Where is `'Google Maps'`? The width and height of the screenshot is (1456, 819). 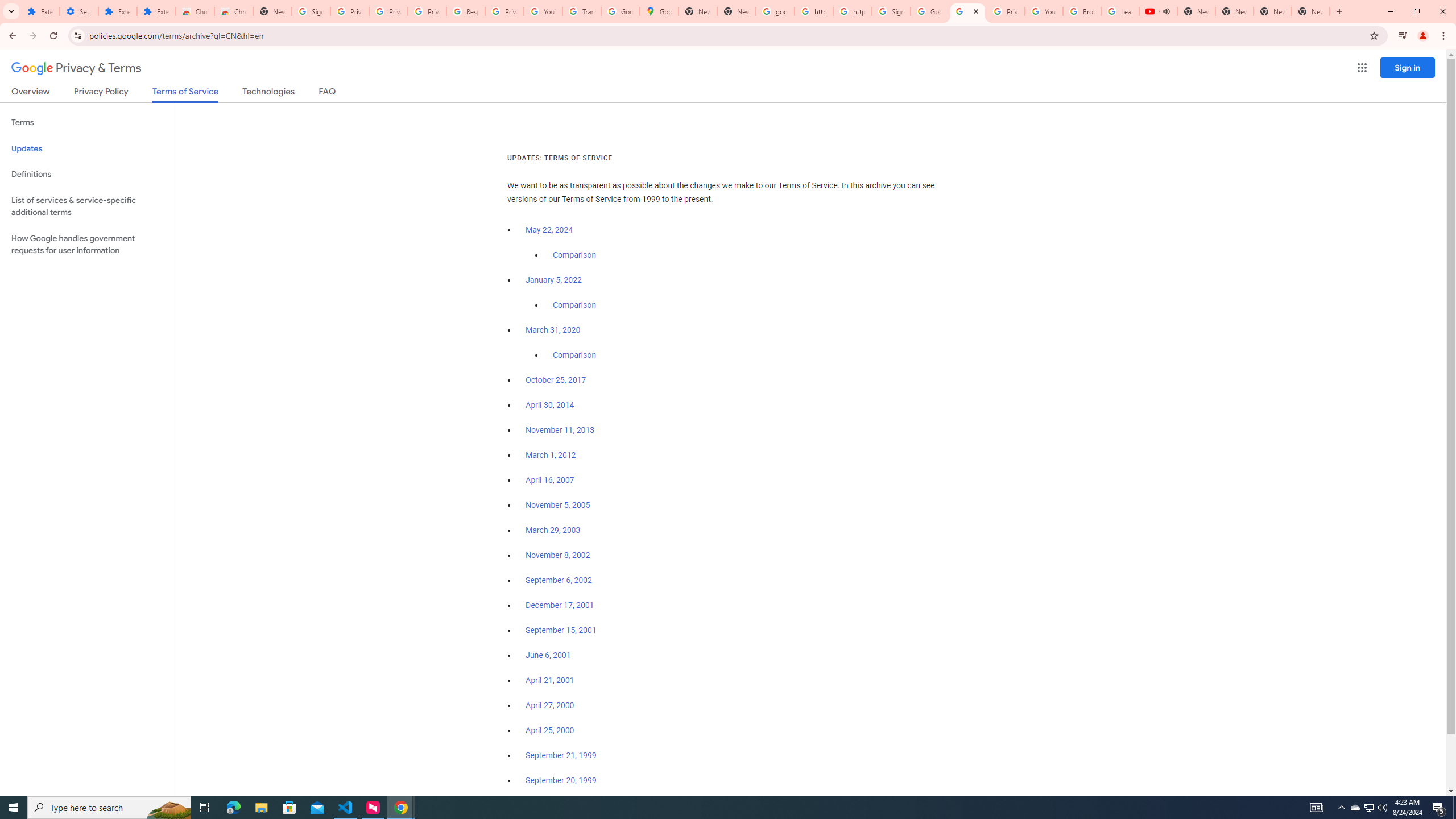
'Google Maps' is located at coordinates (659, 11).